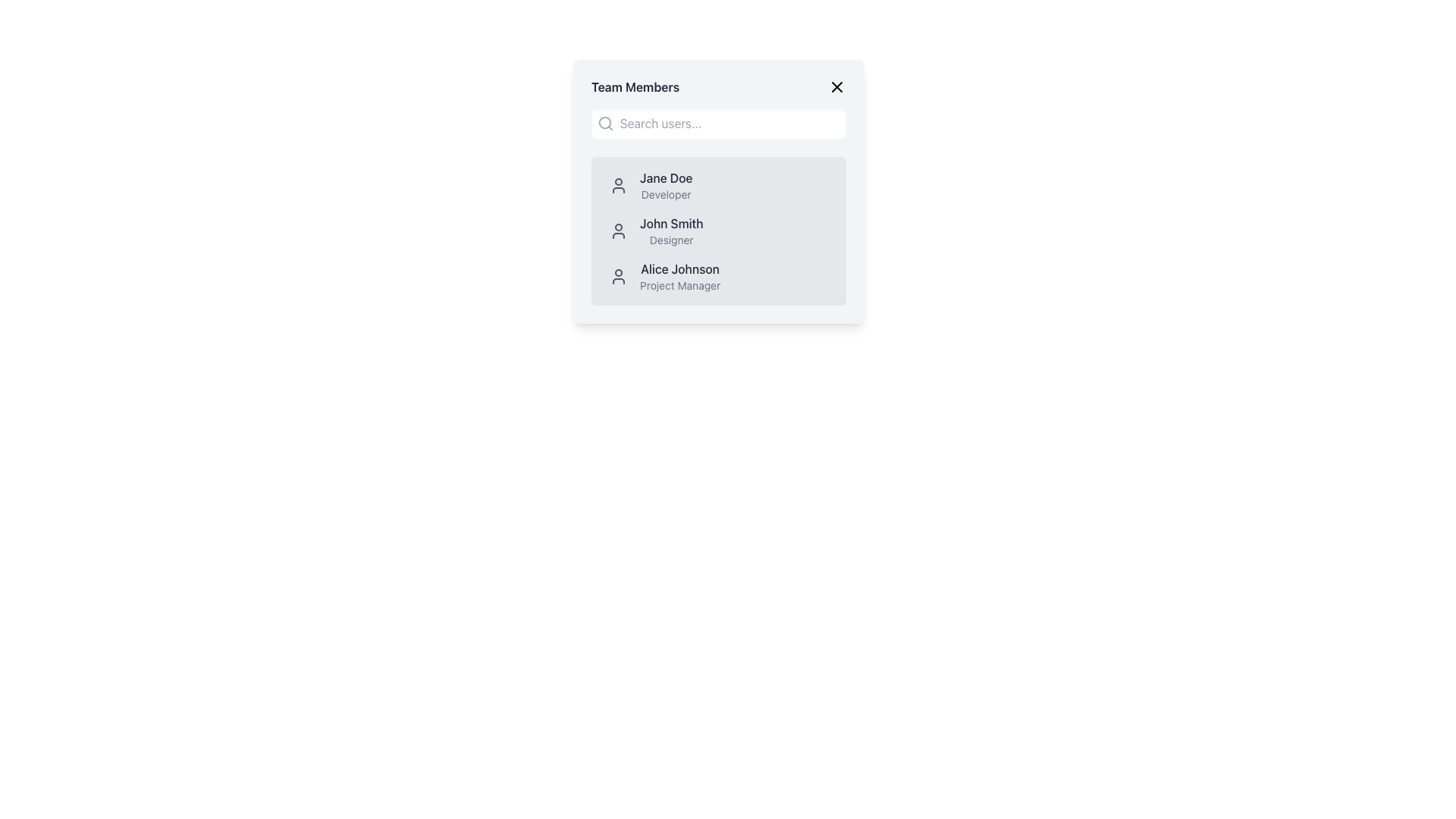  What do you see at coordinates (679, 286) in the screenshot?
I see `the label indicating the role or designation of 'Alice Johnson' in the 'Team Members' panel, located below the name and slightly indented` at bounding box center [679, 286].